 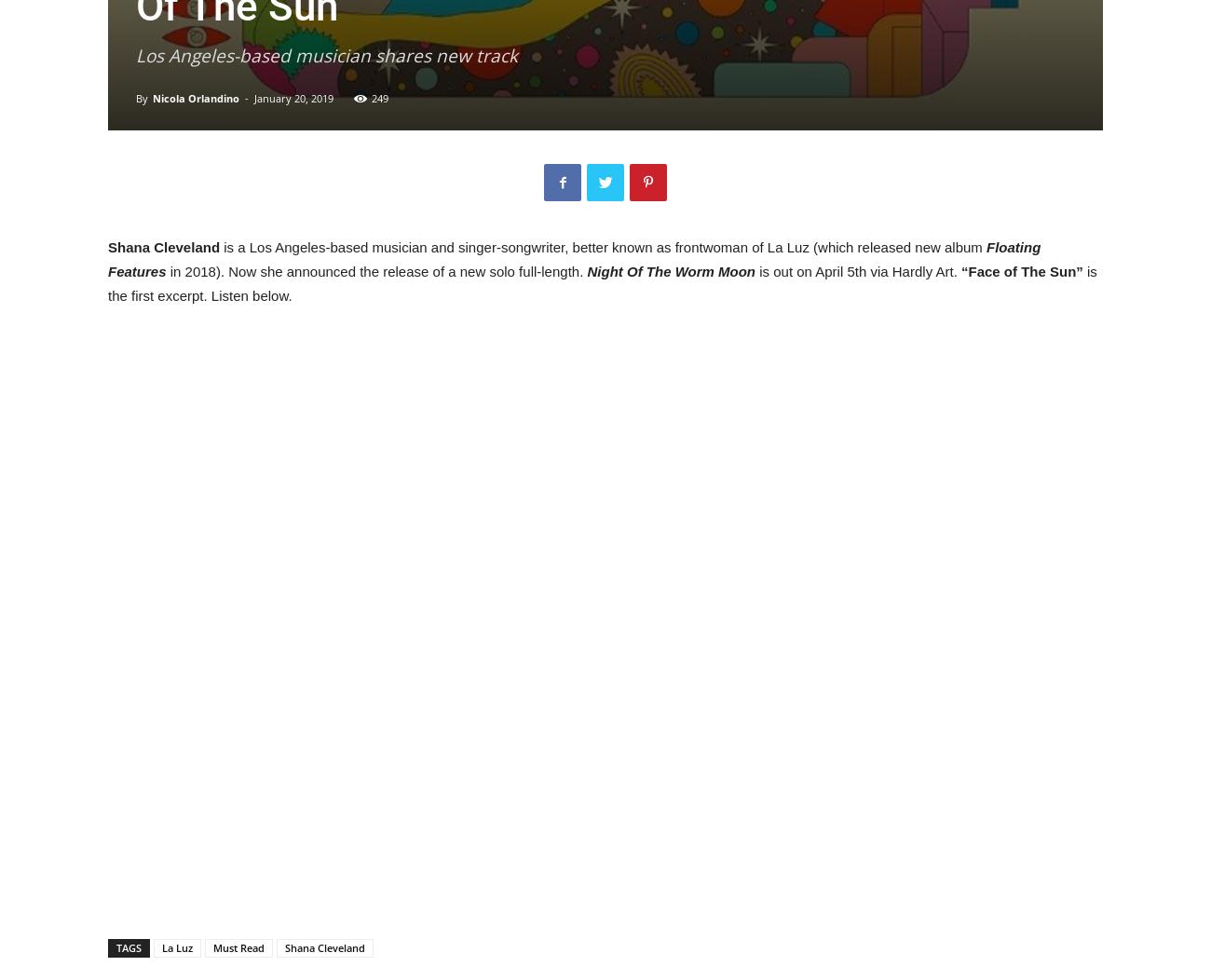 What do you see at coordinates (605, 247) in the screenshot?
I see `'is a Los Angeles-based musician and singer-songwriter, better known as frontwoman of La Luz (which released new album'` at bounding box center [605, 247].